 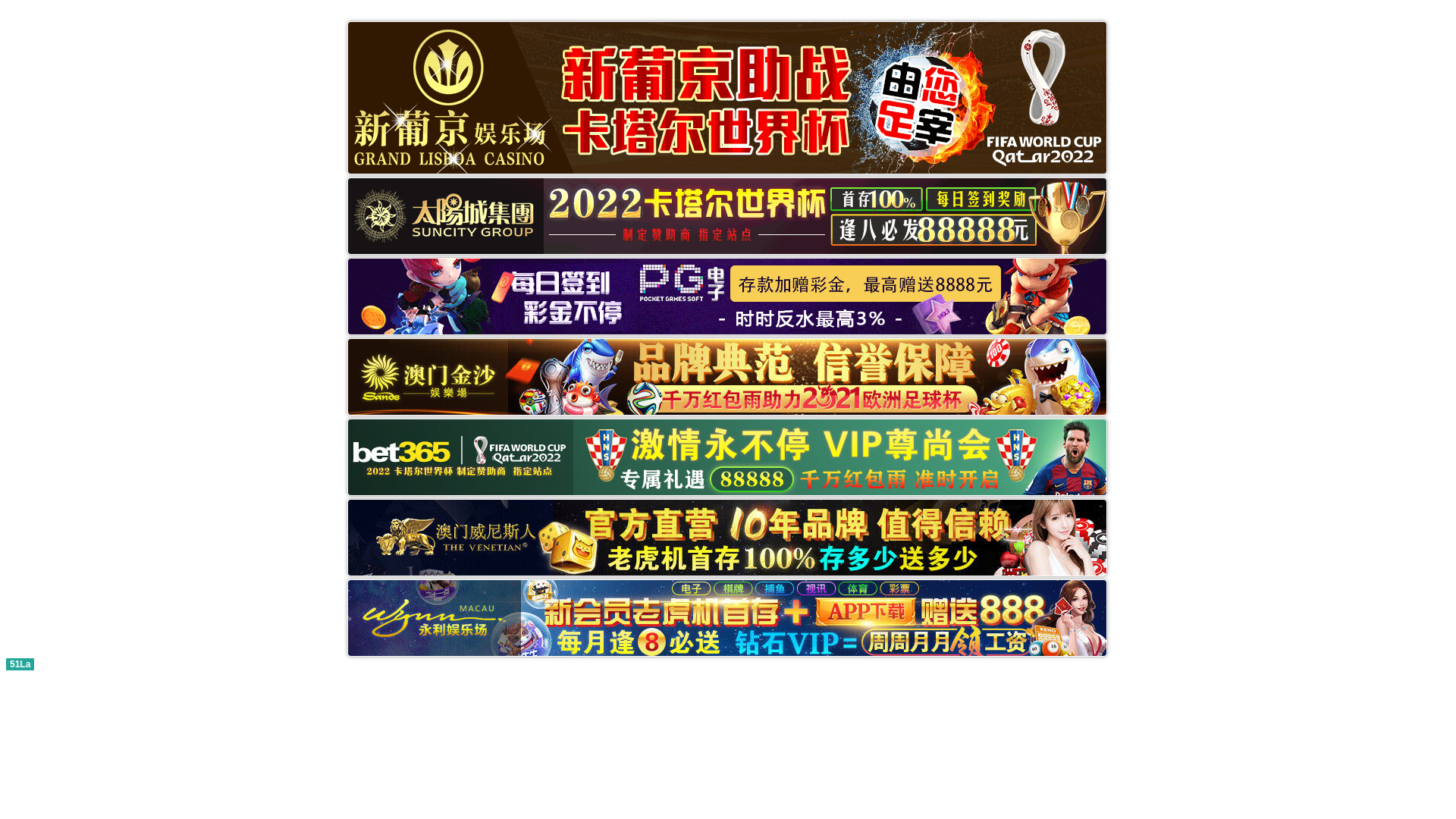 I want to click on '51La', so click(x=20, y=662).